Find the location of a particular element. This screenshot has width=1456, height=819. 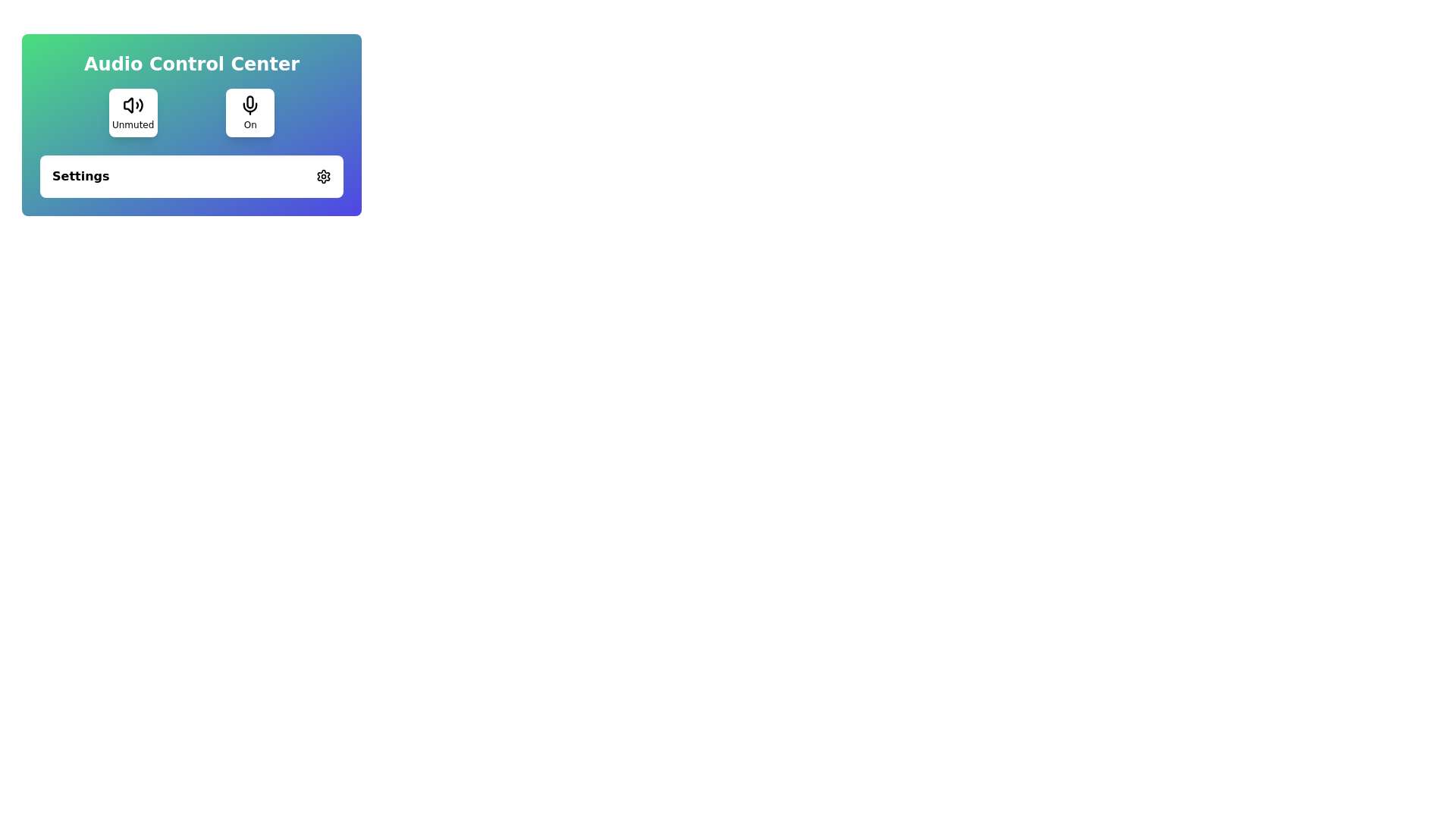

the toggle button for managing the microphone located to the right of the 'Unmuted' button in the 'Audio Control Center' section is located at coordinates (250, 112).